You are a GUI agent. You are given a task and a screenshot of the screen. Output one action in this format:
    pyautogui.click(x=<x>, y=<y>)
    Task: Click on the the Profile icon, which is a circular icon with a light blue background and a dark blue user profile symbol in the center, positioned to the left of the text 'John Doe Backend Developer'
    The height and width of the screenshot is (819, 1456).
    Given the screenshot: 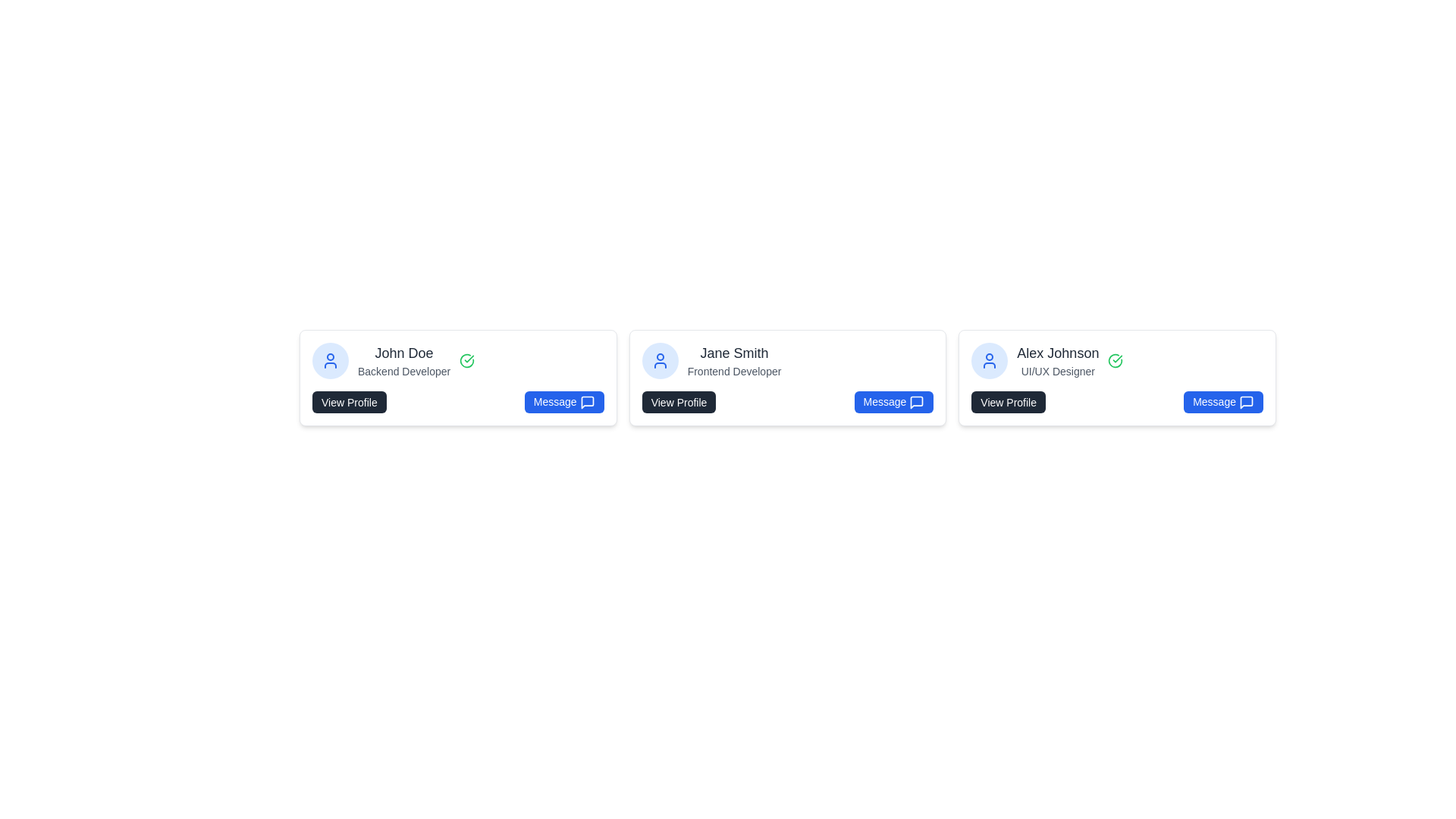 What is the action you would take?
    pyautogui.click(x=330, y=360)
    